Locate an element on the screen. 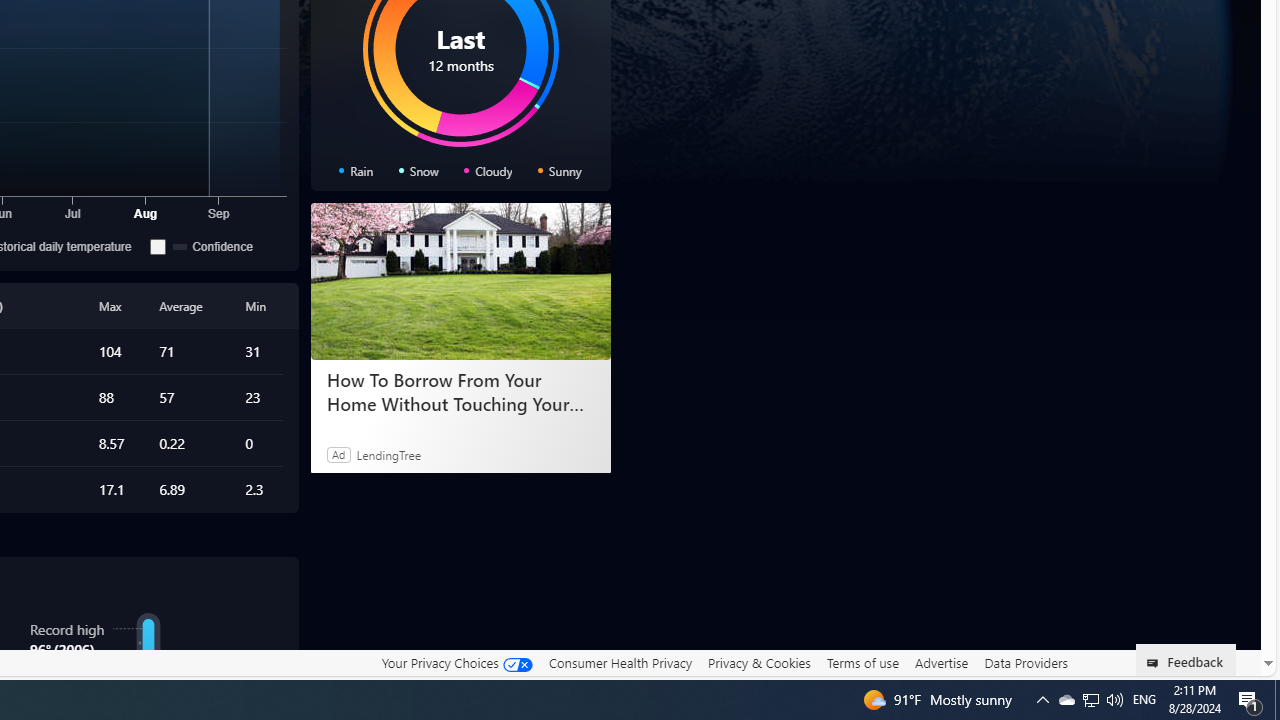 The width and height of the screenshot is (1280, 720). 'Ad' is located at coordinates (338, 454).